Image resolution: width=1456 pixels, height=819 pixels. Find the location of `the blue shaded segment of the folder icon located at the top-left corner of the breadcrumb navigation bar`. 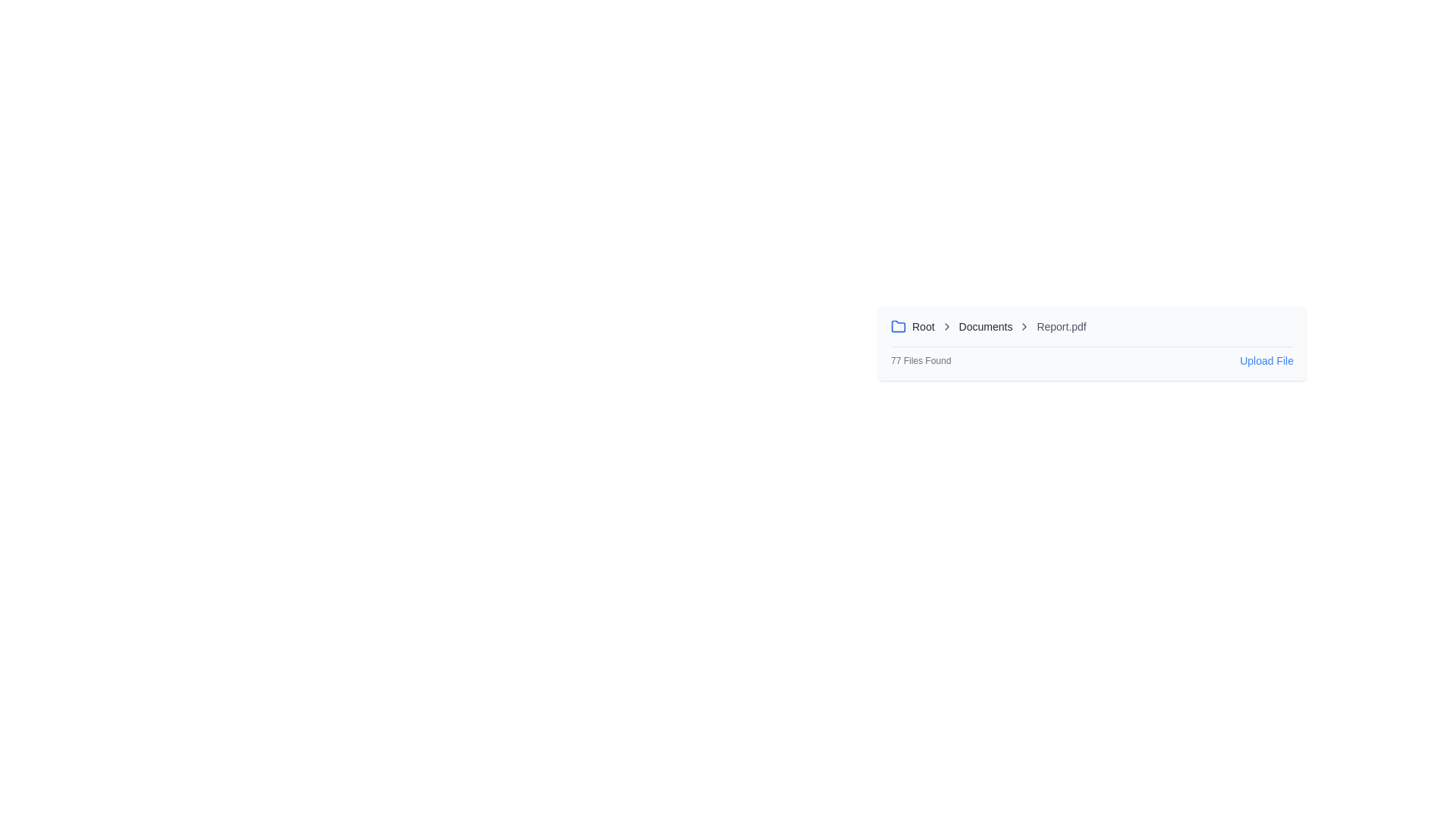

the blue shaded segment of the folder icon located at the top-left corner of the breadcrumb navigation bar is located at coordinates (899, 325).